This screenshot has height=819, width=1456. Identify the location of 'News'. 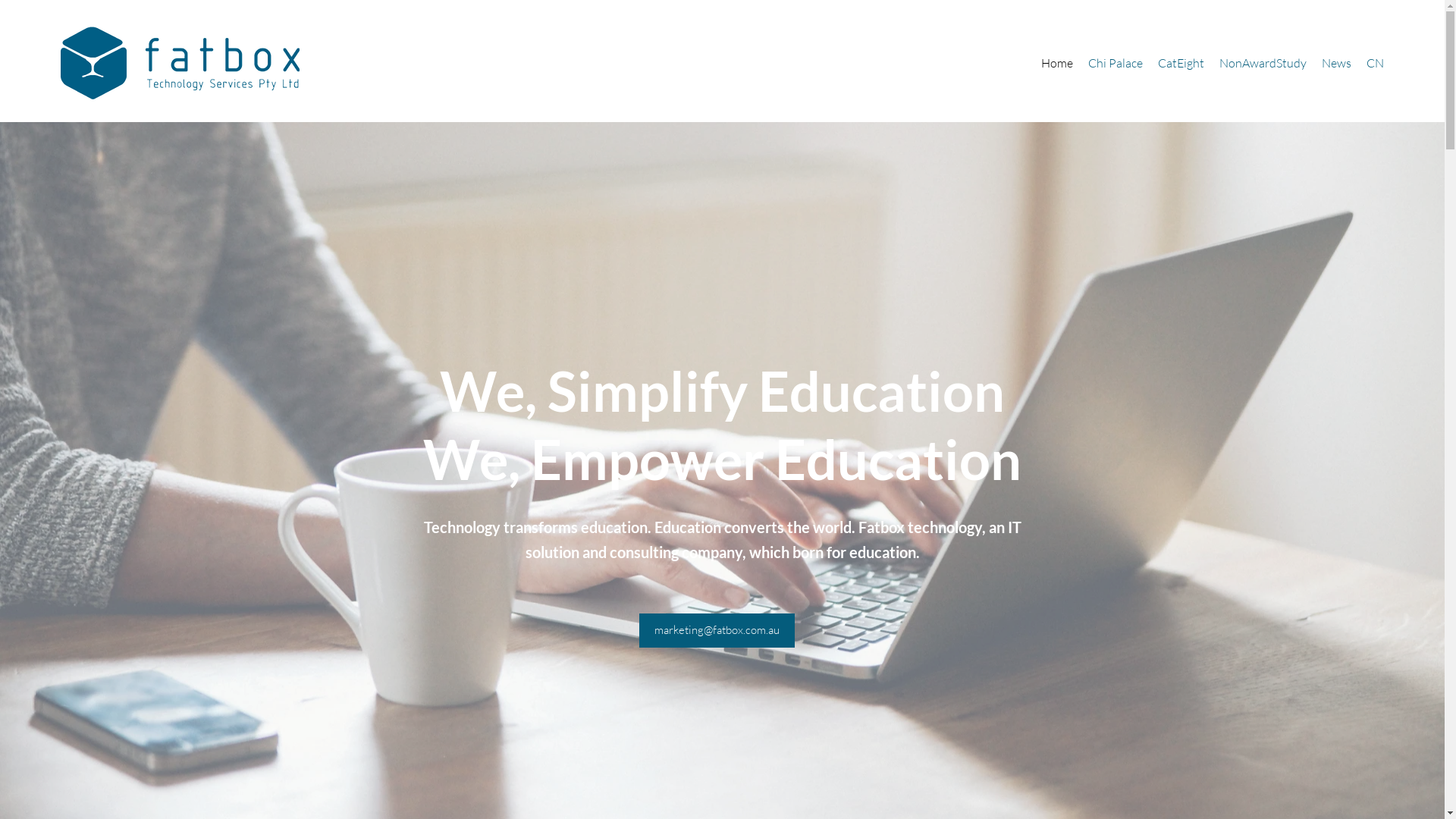
(1336, 62).